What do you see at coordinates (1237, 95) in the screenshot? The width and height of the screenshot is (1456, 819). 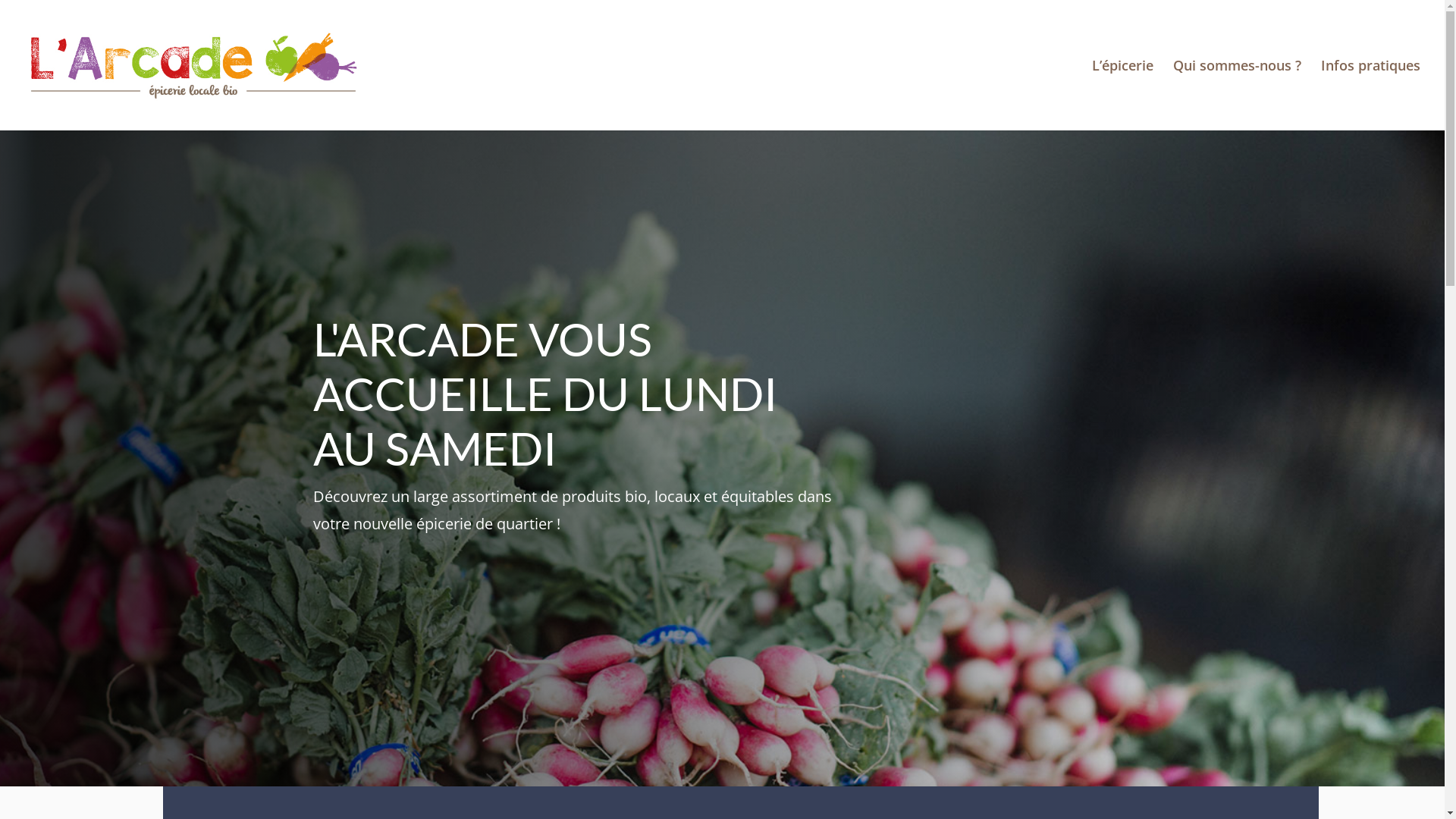 I see `'Qui sommes-nous ?'` at bounding box center [1237, 95].